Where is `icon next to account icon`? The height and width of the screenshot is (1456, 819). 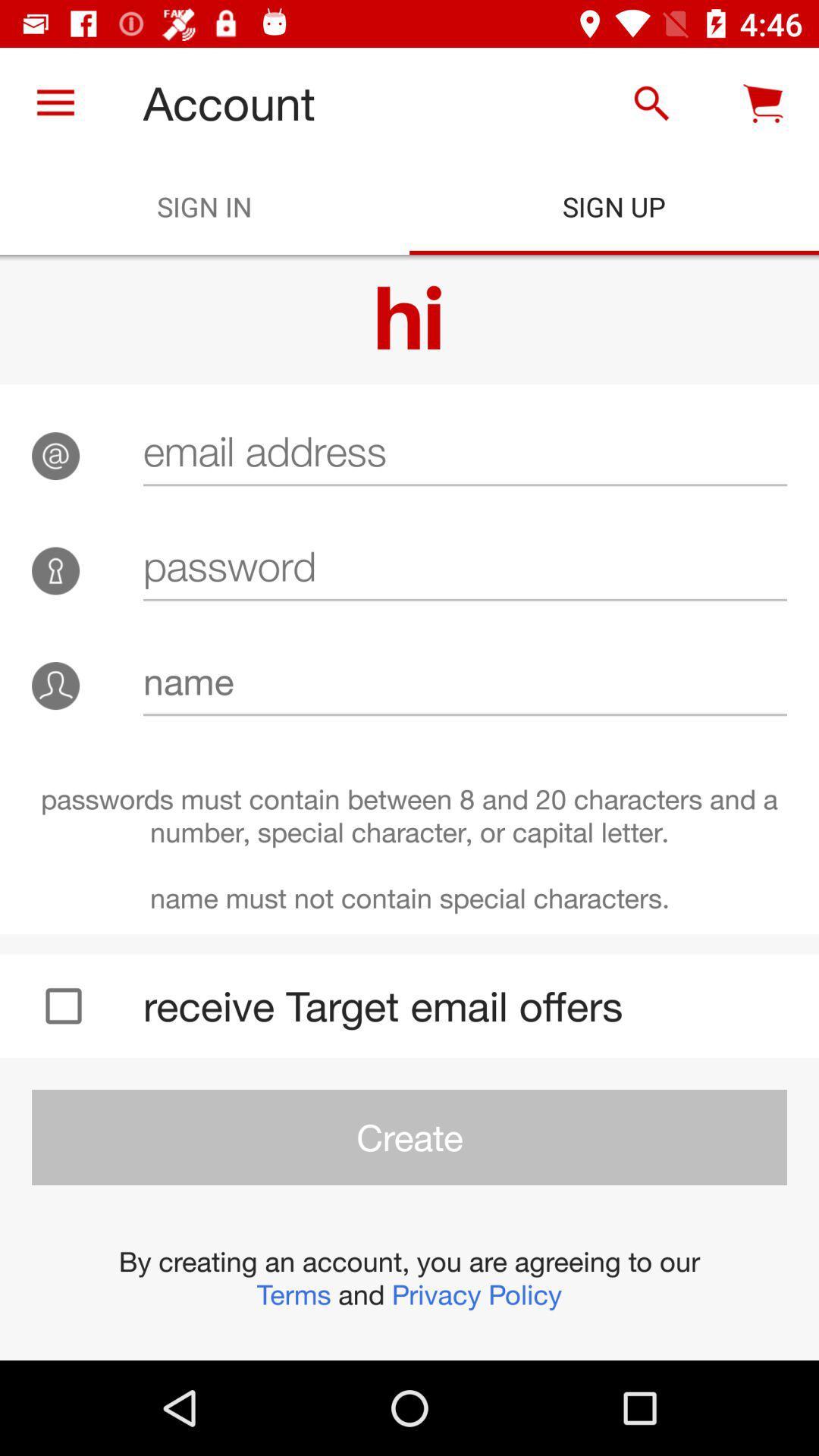
icon next to account icon is located at coordinates (651, 102).